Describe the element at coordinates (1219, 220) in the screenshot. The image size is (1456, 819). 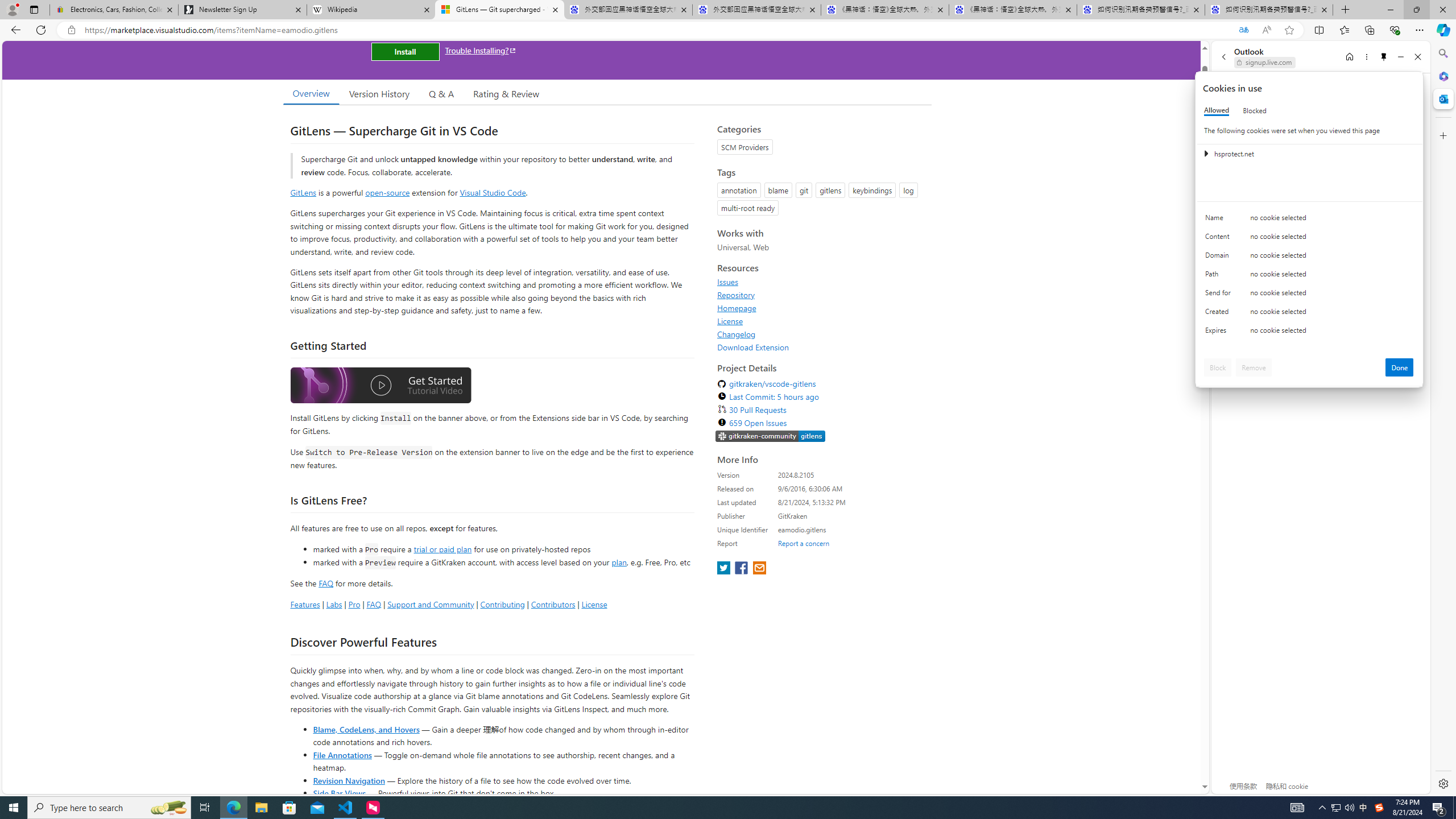
I see `'Name'` at that location.